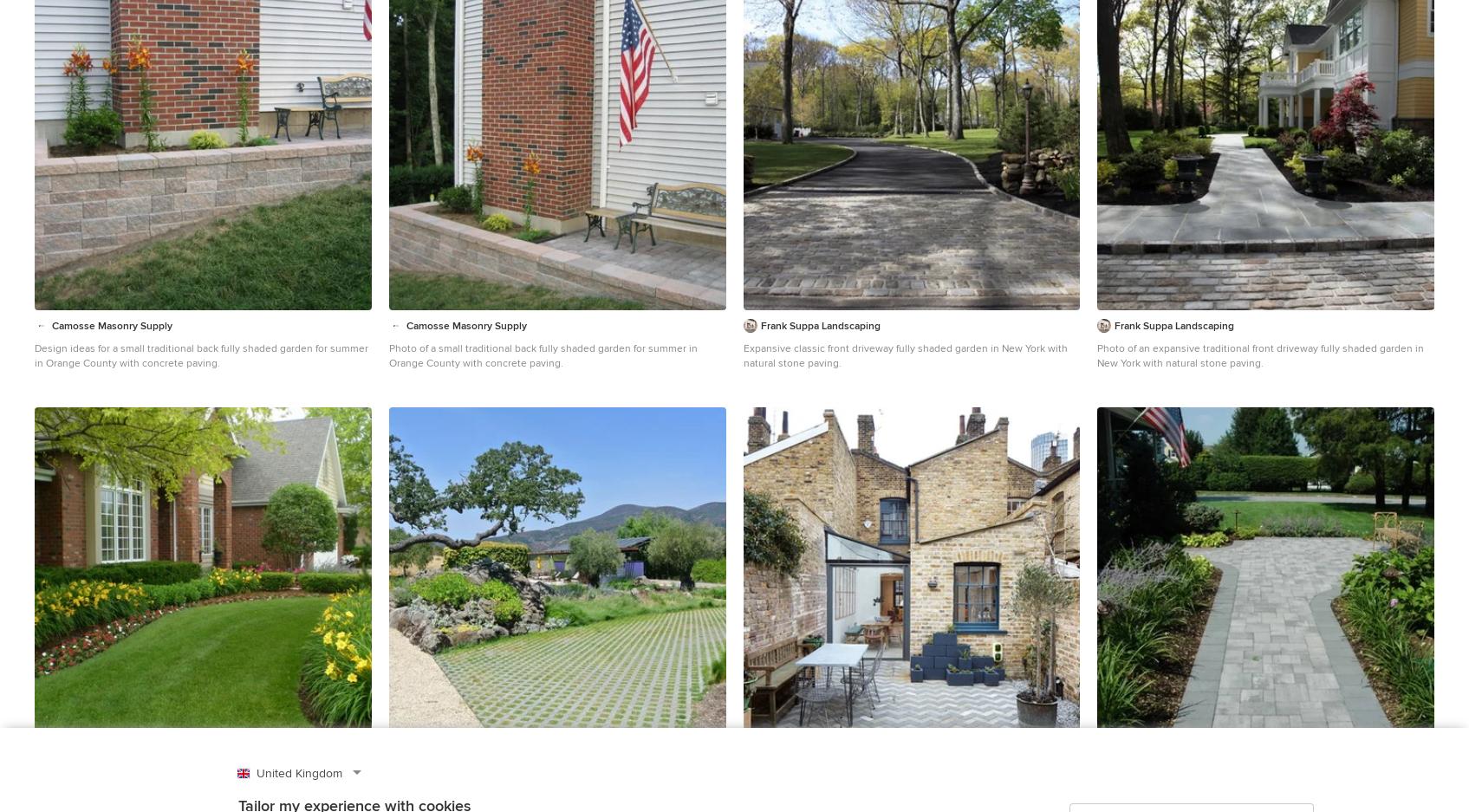  What do you see at coordinates (842, 796) in the screenshot?
I see `'Small traditional house exterior in London.'` at bounding box center [842, 796].